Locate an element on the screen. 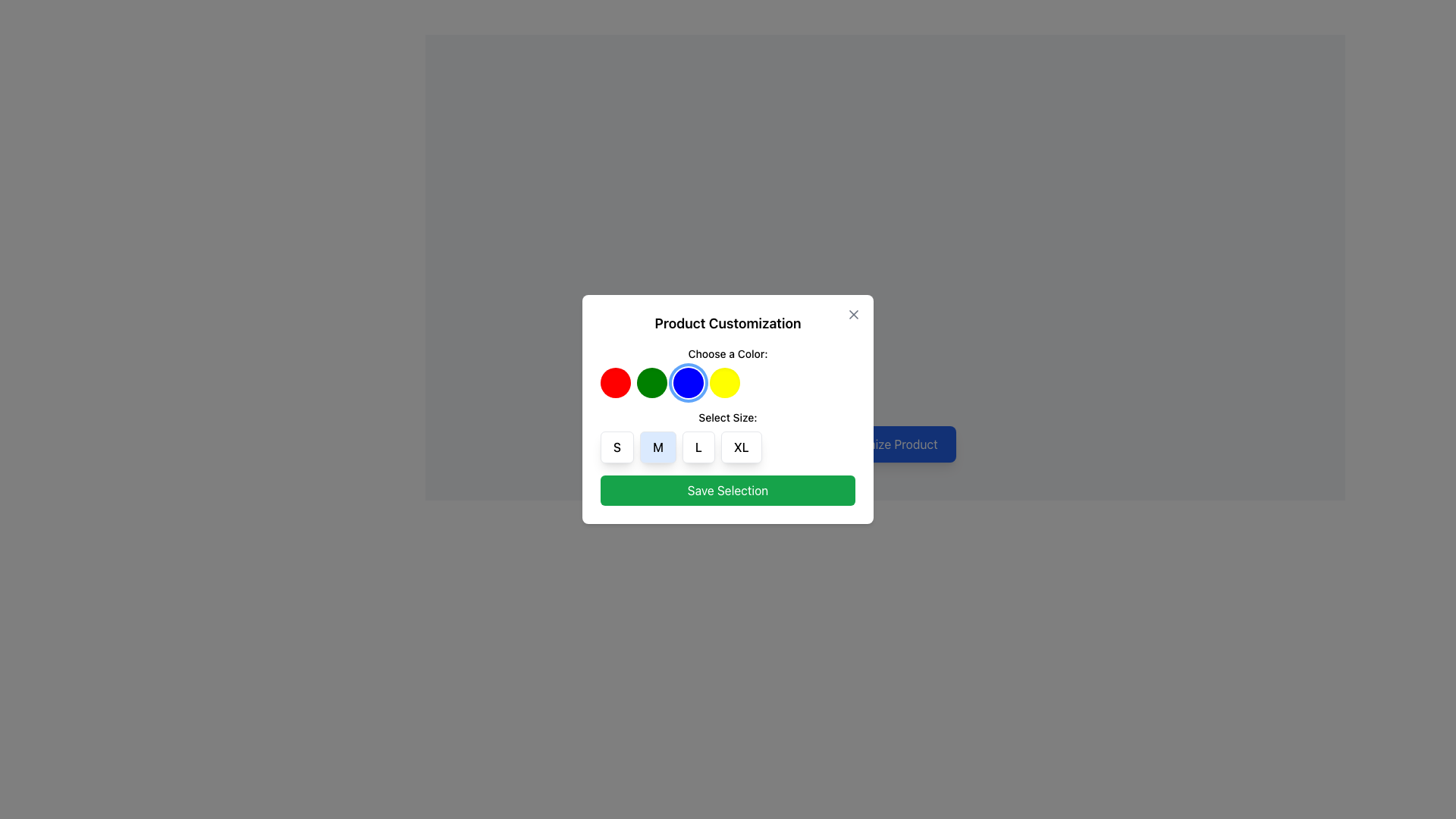 The image size is (1456, 819). the 'XL' size option button located to the right of the 'L' button in the size selection group under the 'Select Size:' label is located at coordinates (741, 447).